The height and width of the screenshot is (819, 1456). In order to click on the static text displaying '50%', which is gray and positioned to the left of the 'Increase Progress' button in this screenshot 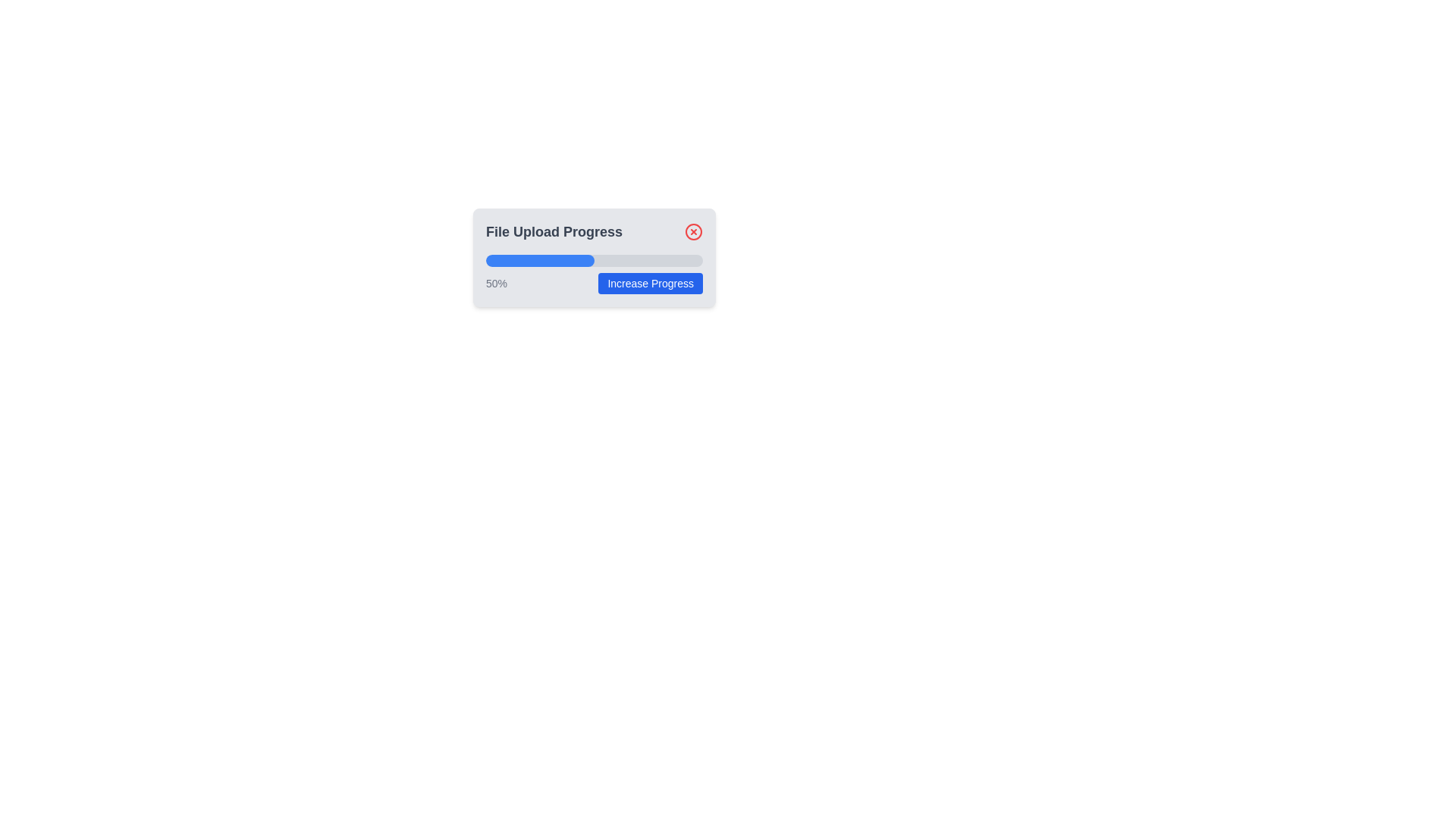, I will do `click(497, 284)`.